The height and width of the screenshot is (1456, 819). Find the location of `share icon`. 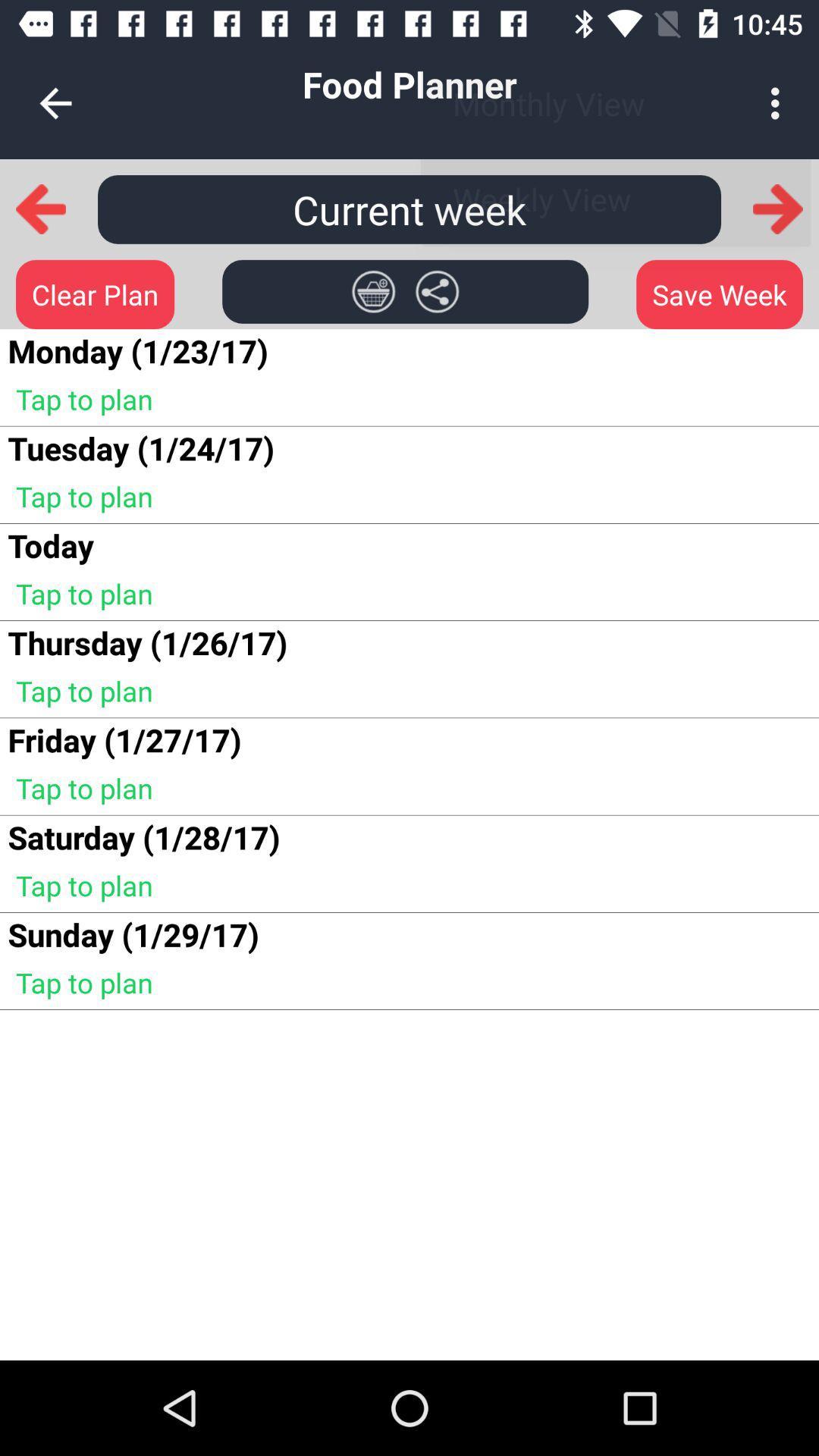

share icon is located at coordinates (437, 291).